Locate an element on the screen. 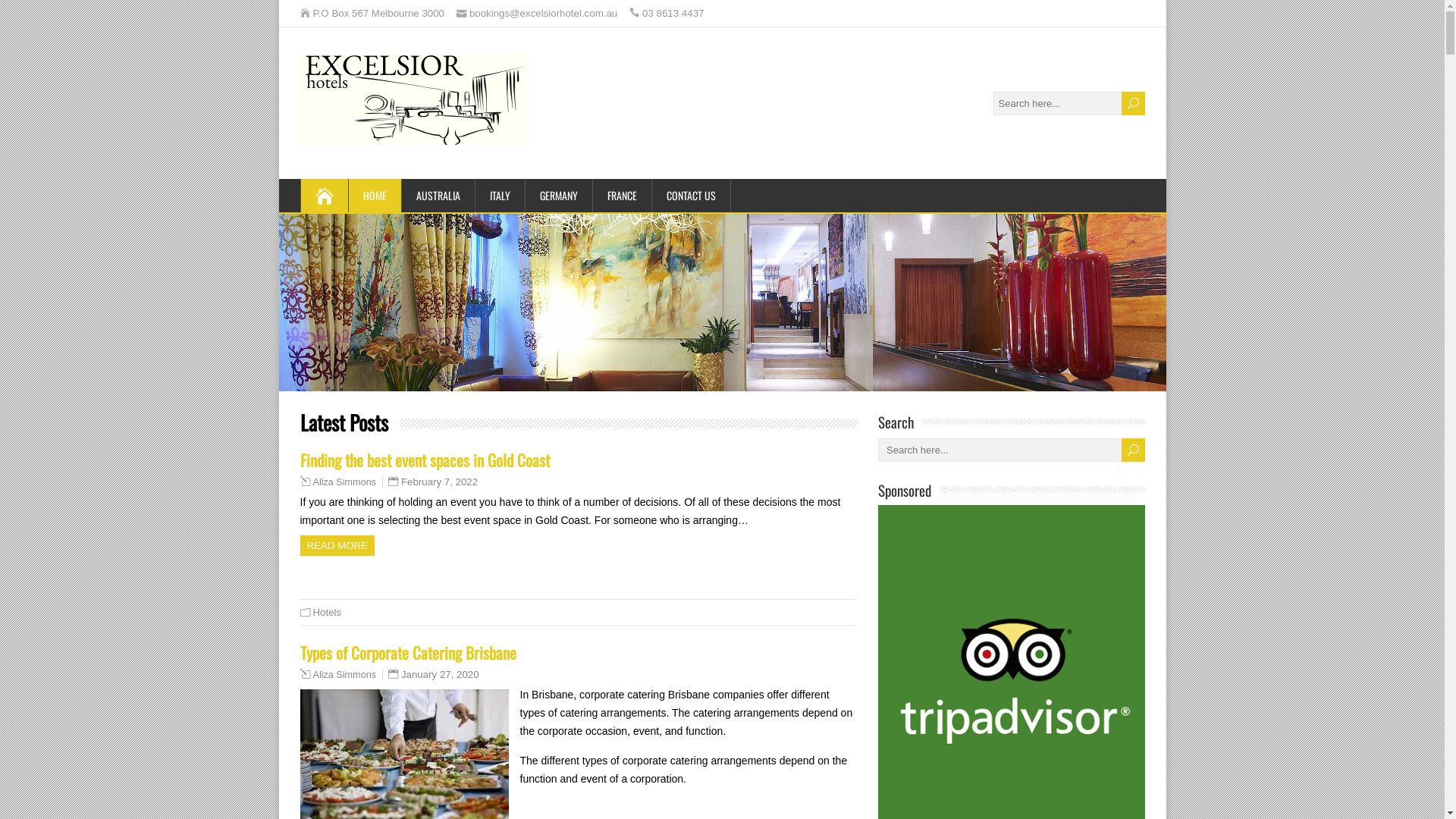 This screenshot has height=819, width=1456. 'February 7, 2022' is located at coordinates (438, 482).